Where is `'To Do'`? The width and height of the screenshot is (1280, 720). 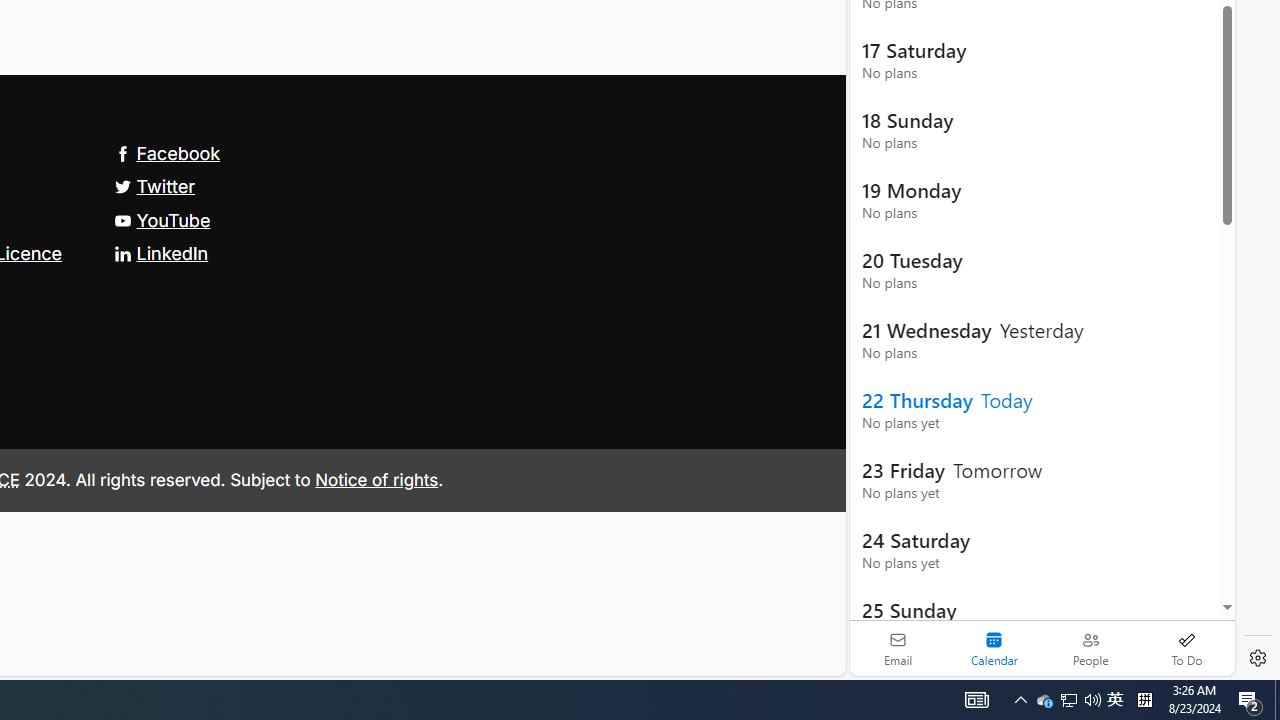
'To Do' is located at coordinates (1186, 648).